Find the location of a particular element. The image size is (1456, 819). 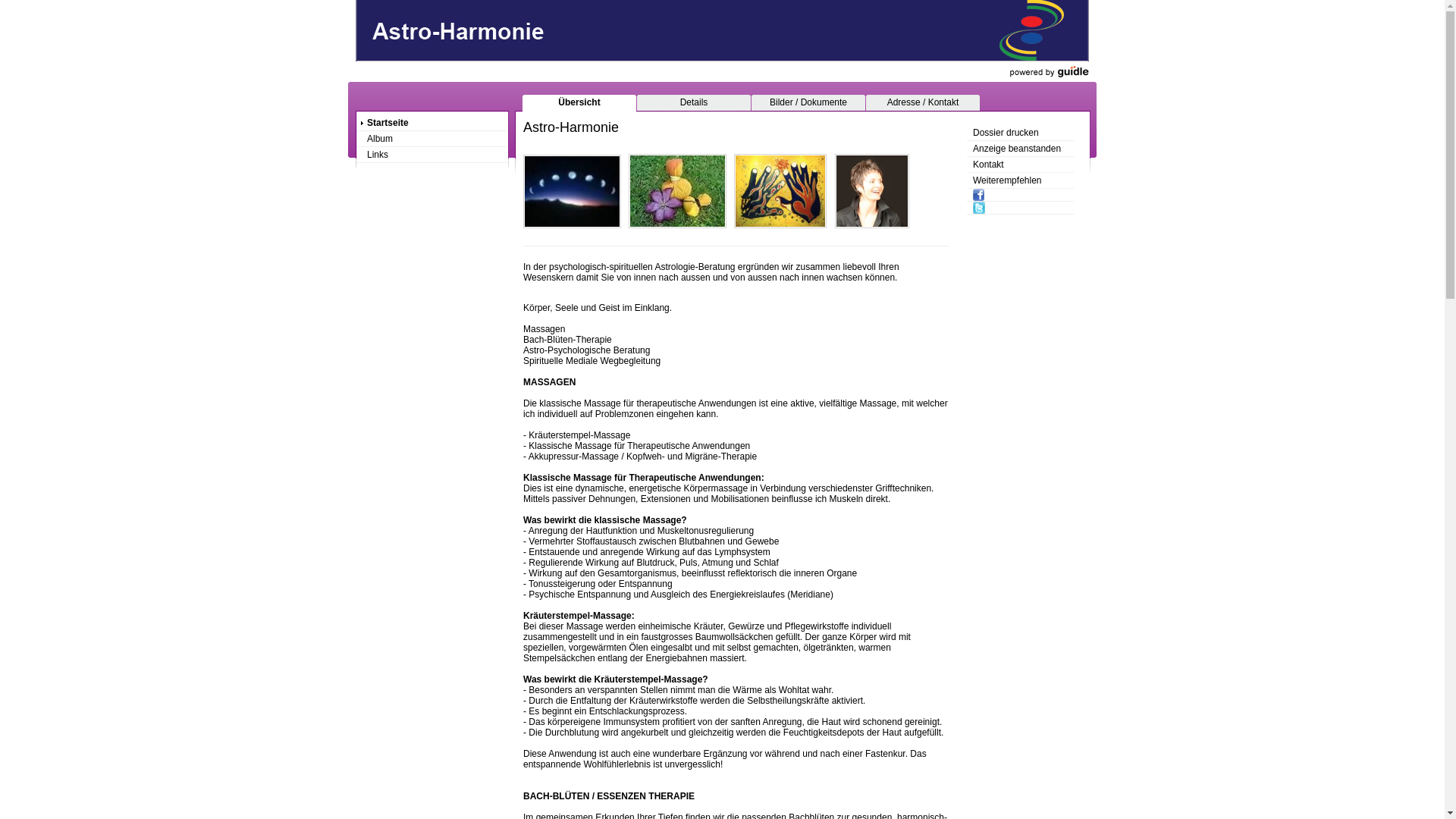

'Adresse / Kontakt' is located at coordinates (922, 102).